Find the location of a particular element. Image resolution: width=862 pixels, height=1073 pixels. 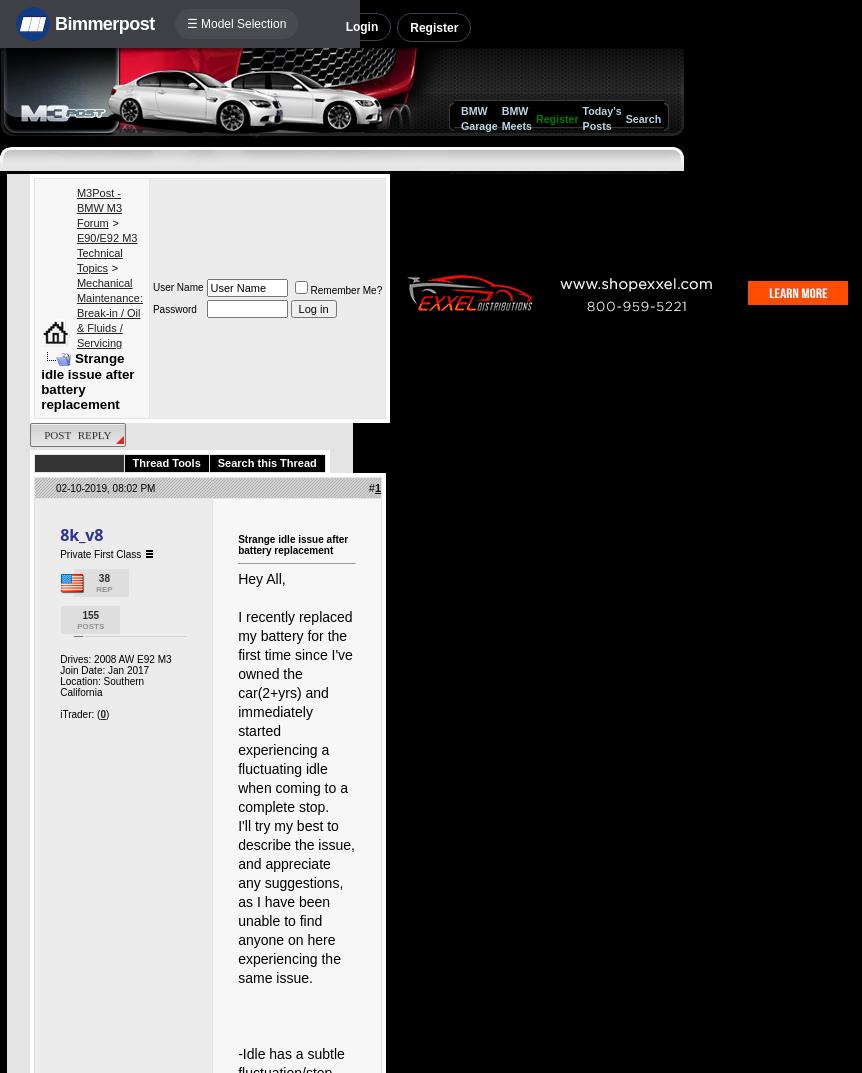

'X5.X6' is located at coordinates (250, 781).